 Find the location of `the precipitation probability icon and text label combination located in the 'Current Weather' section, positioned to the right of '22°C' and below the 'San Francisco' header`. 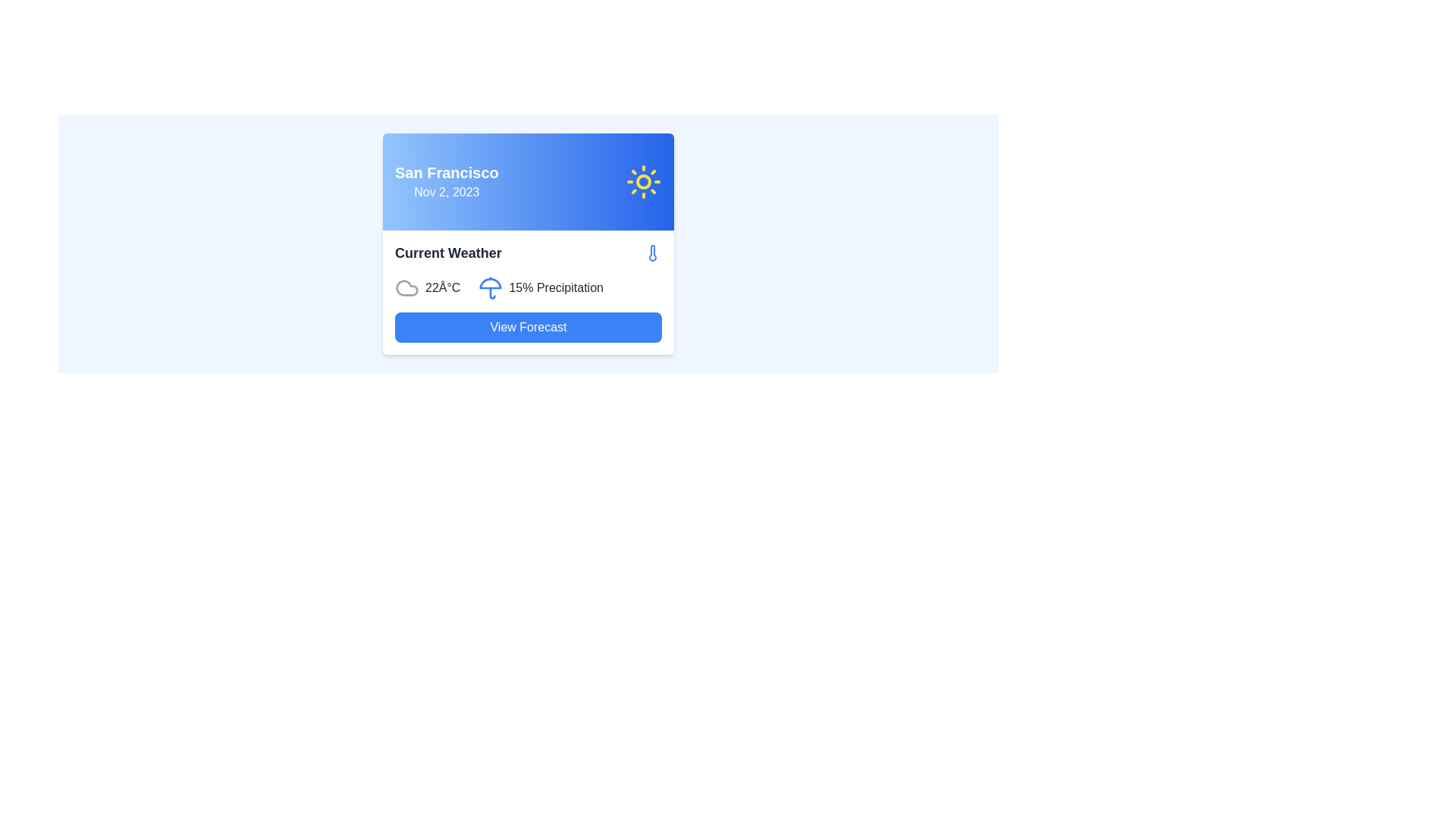

the precipitation probability icon and text label combination located in the 'Current Weather' section, positioned to the right of '22°C' and below the 'San Francisco' header is located at coordinates (541, 288).